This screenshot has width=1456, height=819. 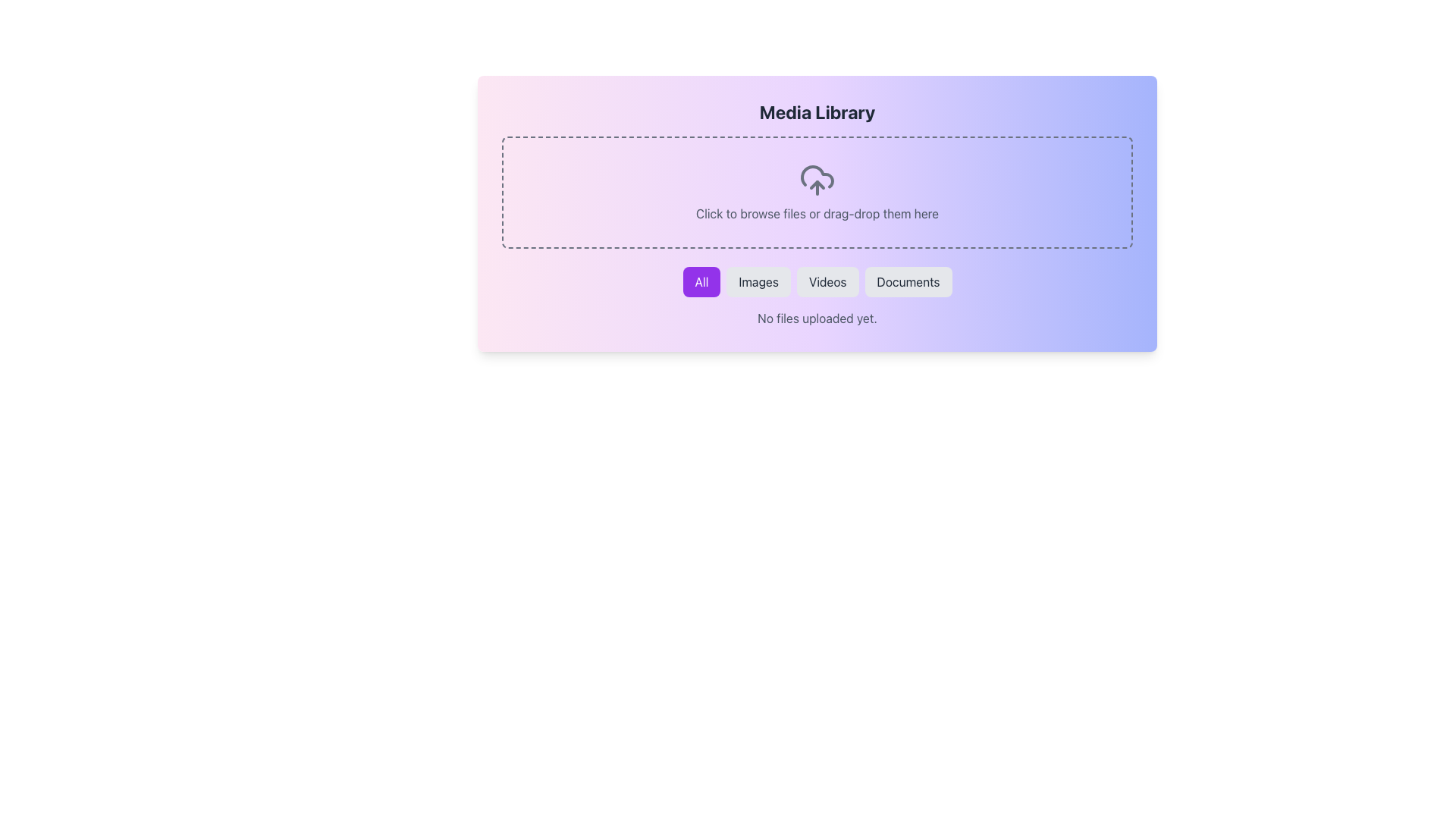 I want to click on the informational Text Label indicating that no files are currently uploaded in the Media Library, located beneath the tab buttons, so click(x=817, y=318).